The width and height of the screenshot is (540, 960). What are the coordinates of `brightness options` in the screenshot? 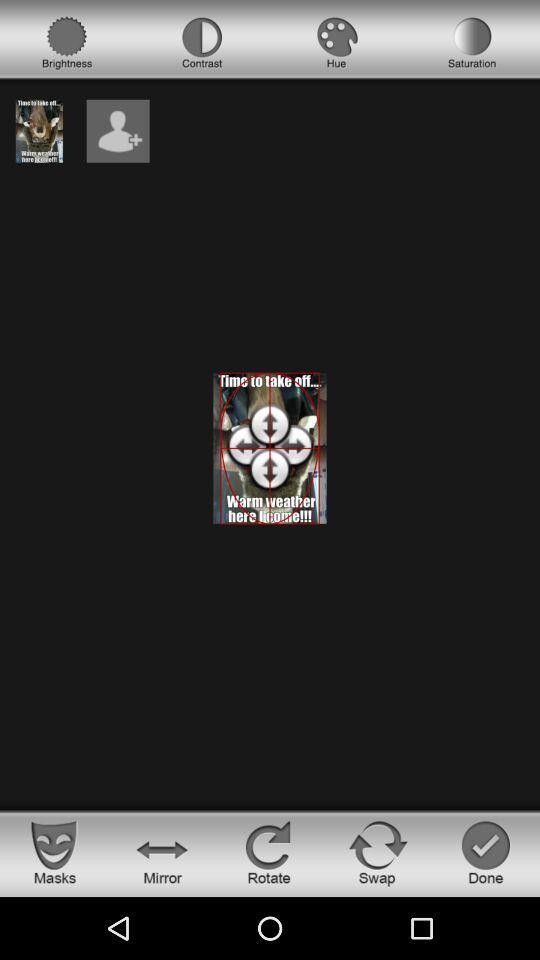 It's located at (67, 42).